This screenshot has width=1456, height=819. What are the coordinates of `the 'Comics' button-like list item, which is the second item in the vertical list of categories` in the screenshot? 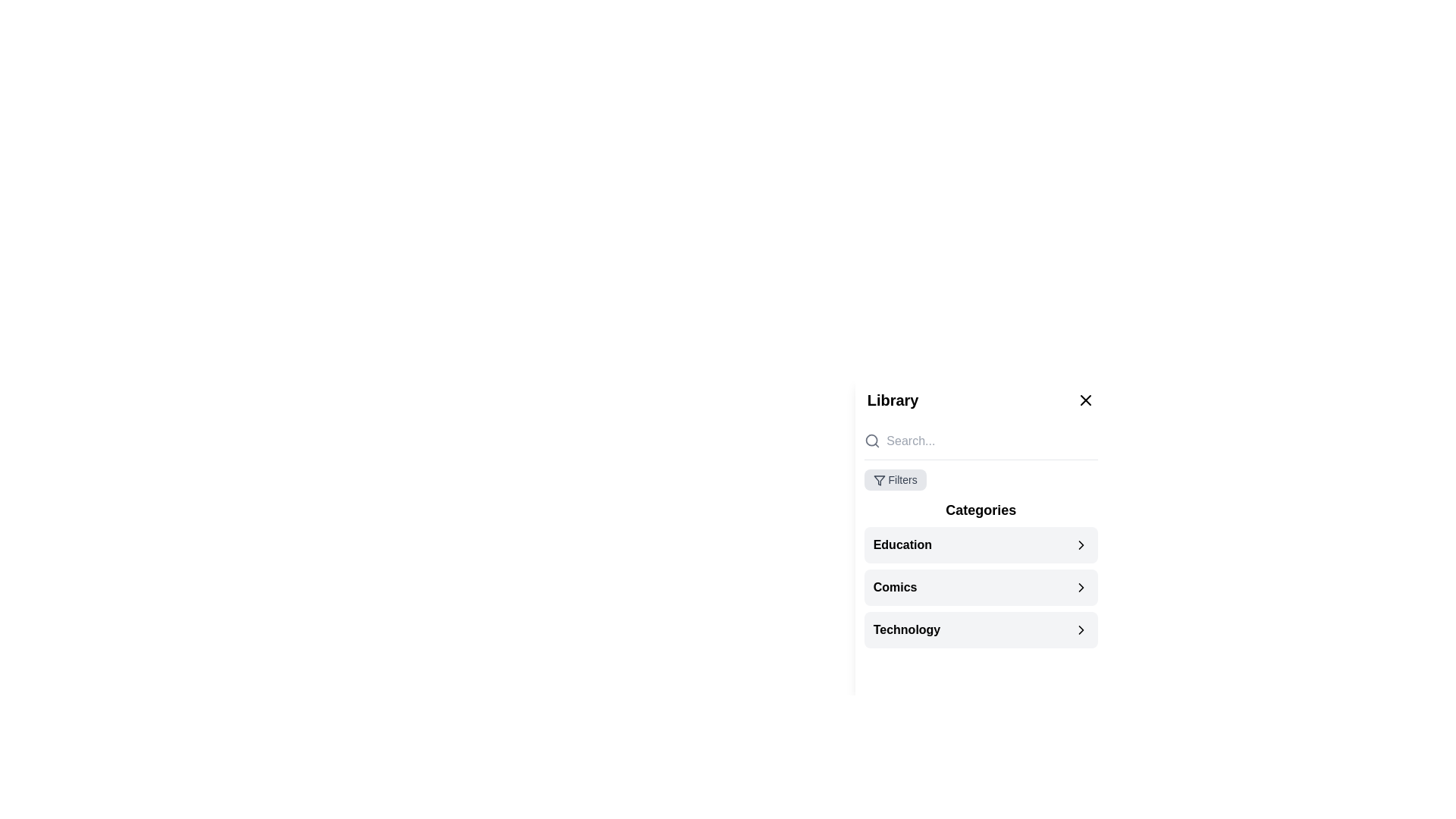 It's located at (981, 587).